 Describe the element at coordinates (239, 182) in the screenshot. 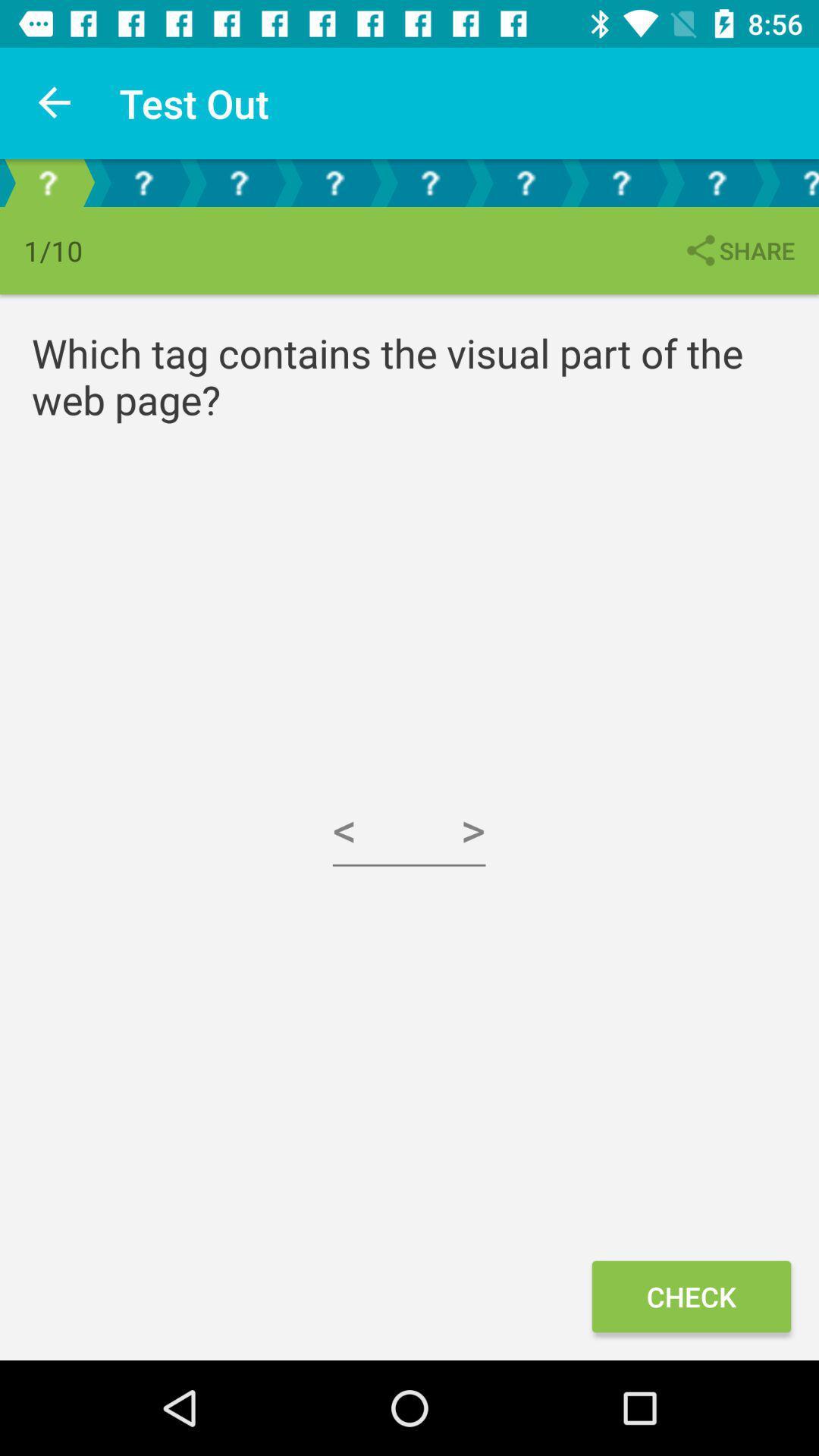

I see `question mark` at that location.